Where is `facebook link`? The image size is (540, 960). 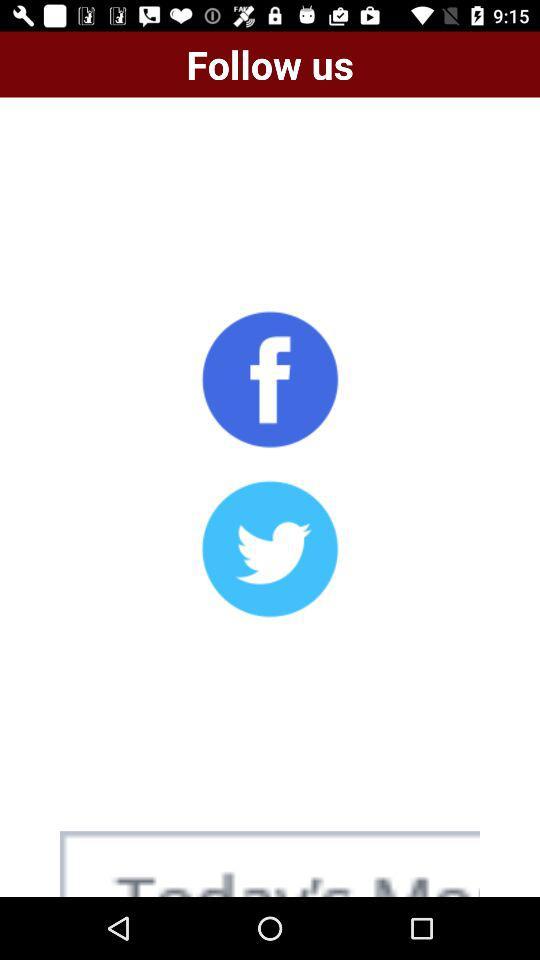 facebook link is located at coordinates (270, 378).